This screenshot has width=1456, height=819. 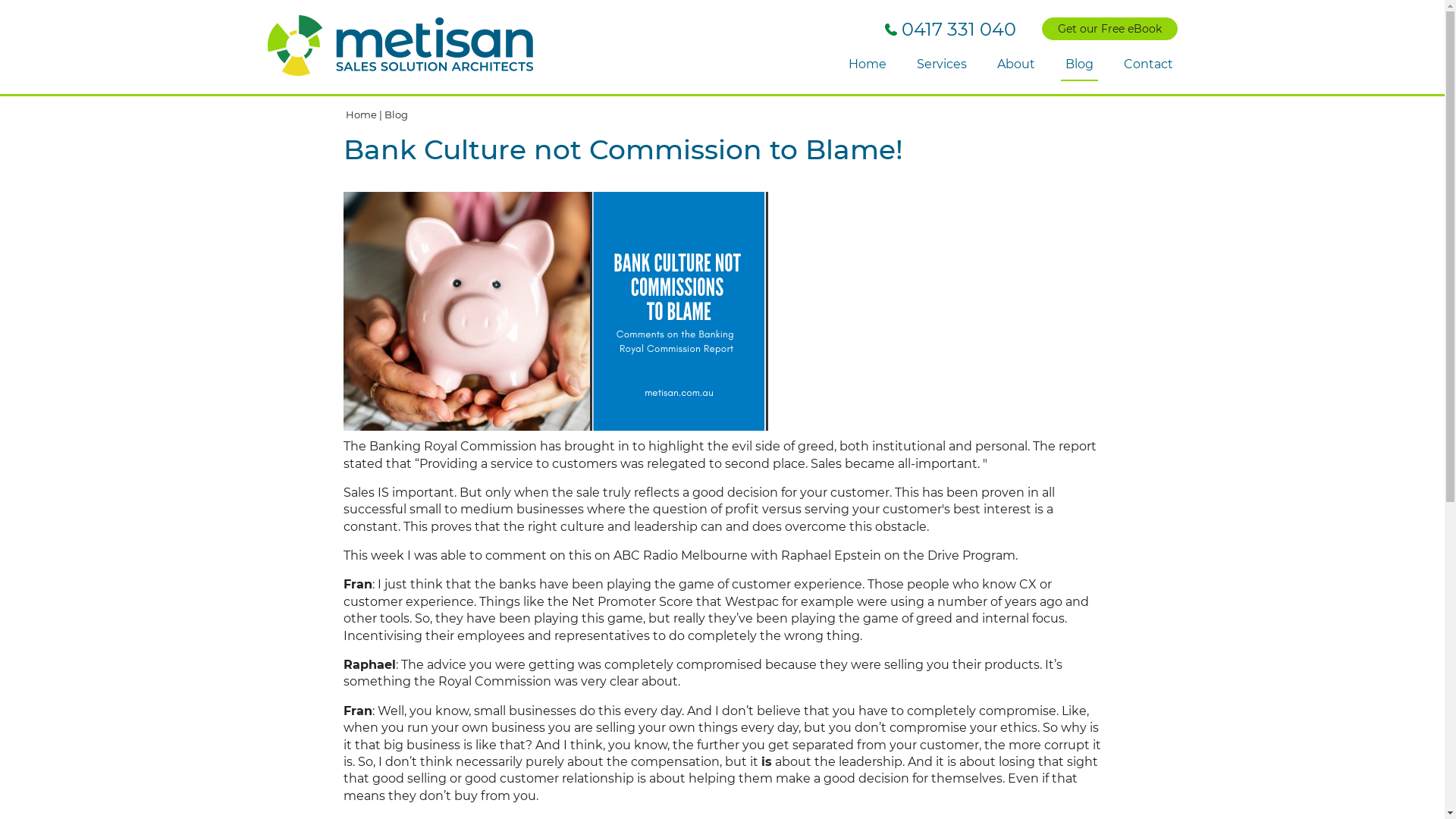 I want to click on 'Services', so click(x=940, y=64).